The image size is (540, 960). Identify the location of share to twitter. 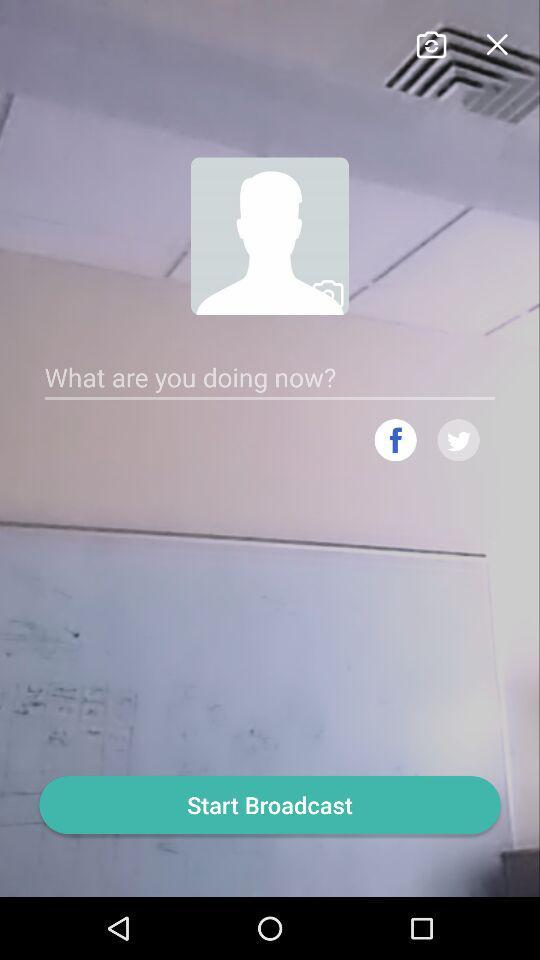
(458, 440).